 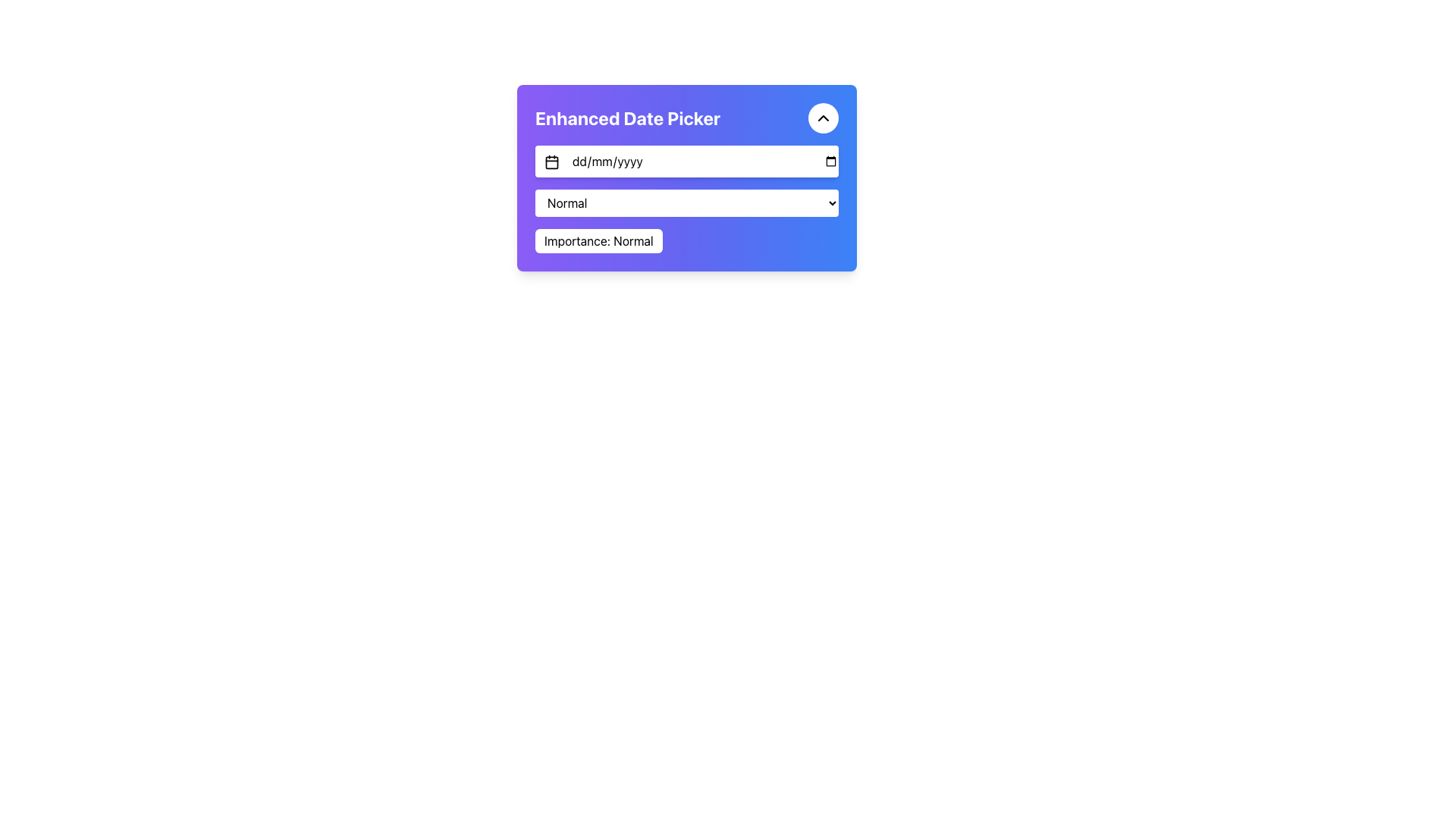 What do you see at coordinates (686, 117) in the screenshot?
I see `the header with a toggle button` at bounding box center [686, 117].